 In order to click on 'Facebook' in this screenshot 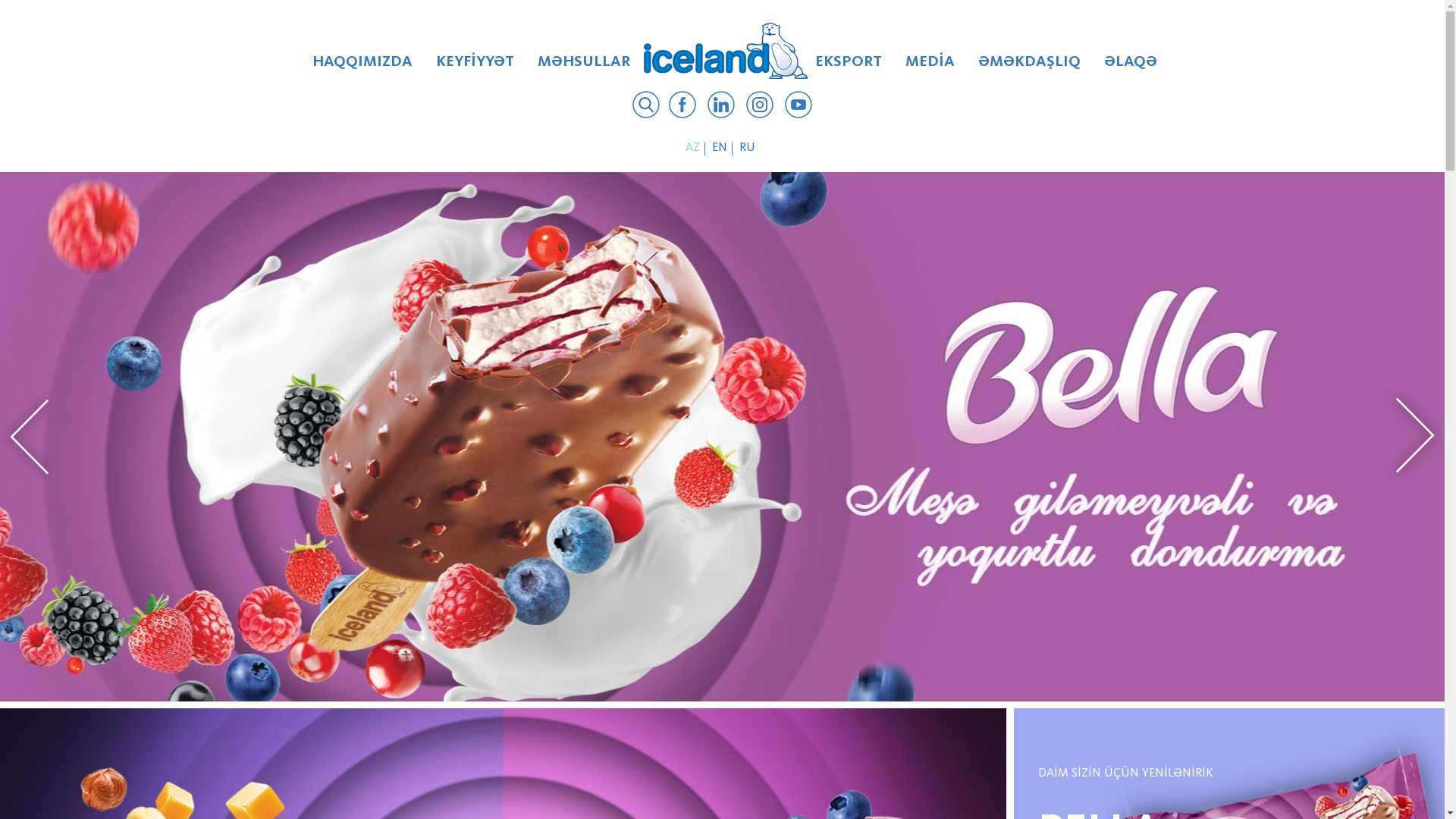, I will do `click(682, 106)`.